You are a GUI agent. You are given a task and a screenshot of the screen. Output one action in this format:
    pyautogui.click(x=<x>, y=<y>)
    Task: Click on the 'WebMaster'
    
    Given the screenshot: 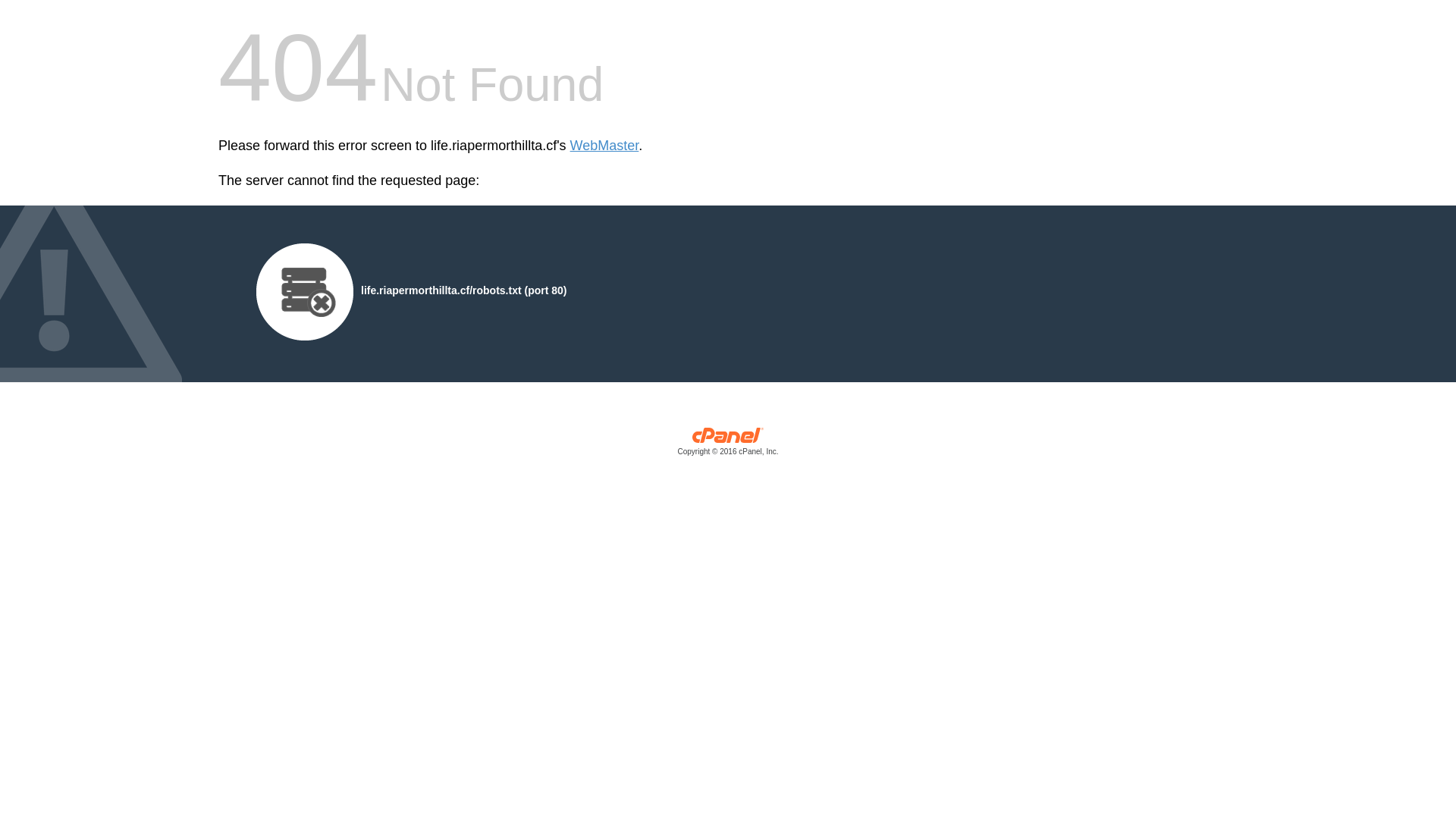 What is the action you would take?
    pyautogui.click(x=604, y=146)
    